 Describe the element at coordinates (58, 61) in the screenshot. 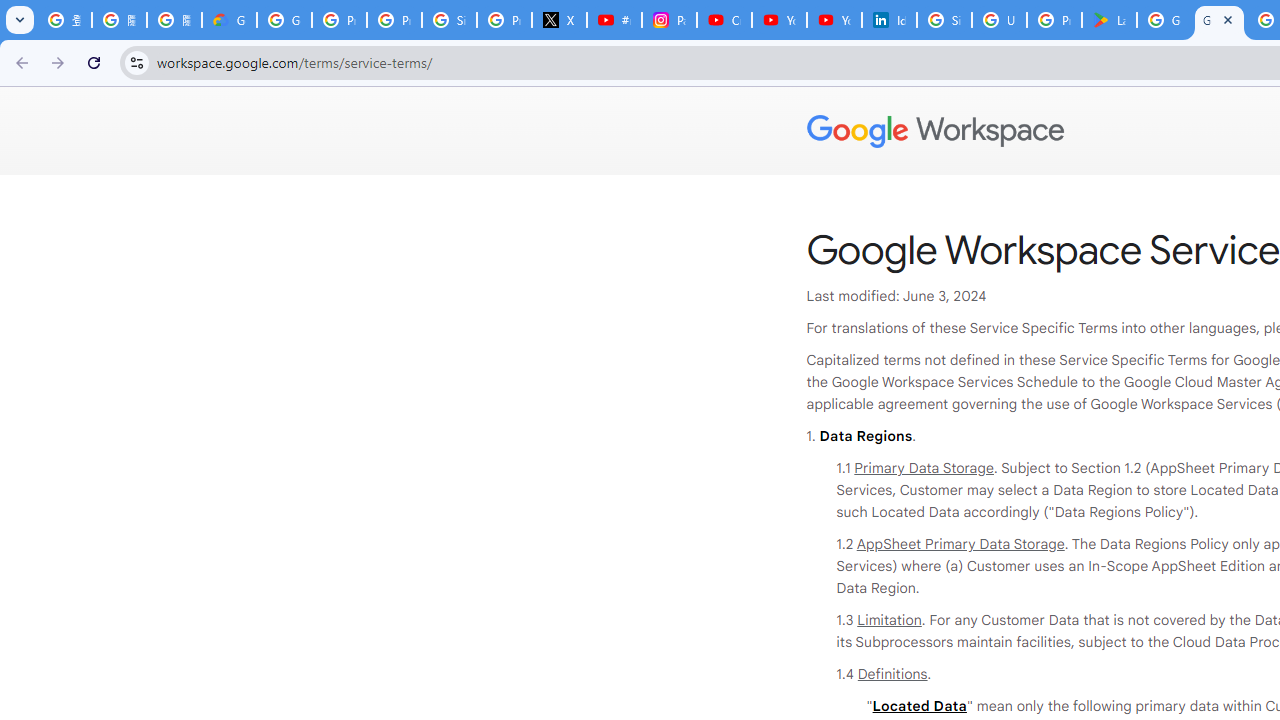

I see `'Forward'` at that location.